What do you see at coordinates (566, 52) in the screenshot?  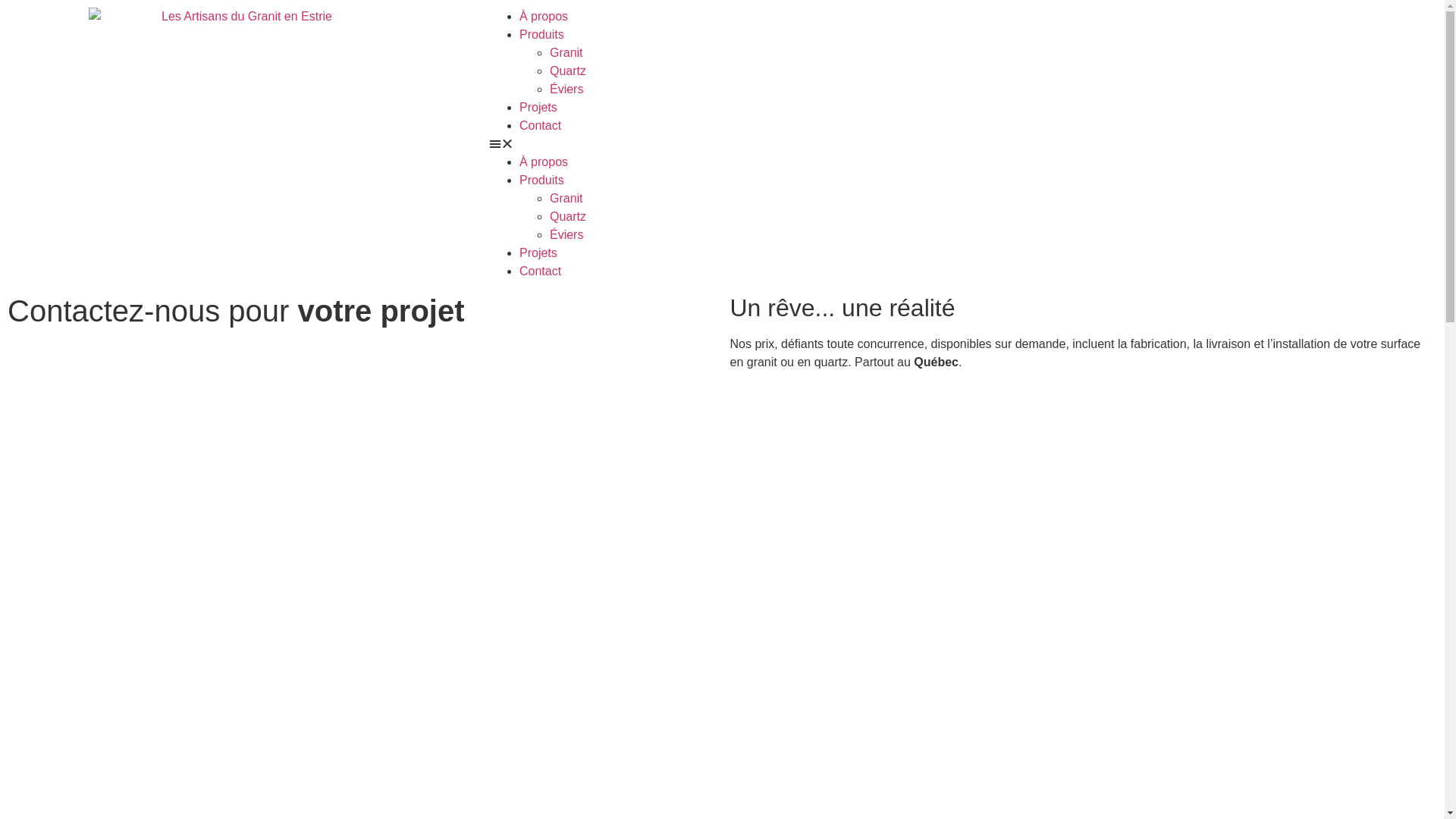 I see `'Granit'` at bounding box center [566, 52].